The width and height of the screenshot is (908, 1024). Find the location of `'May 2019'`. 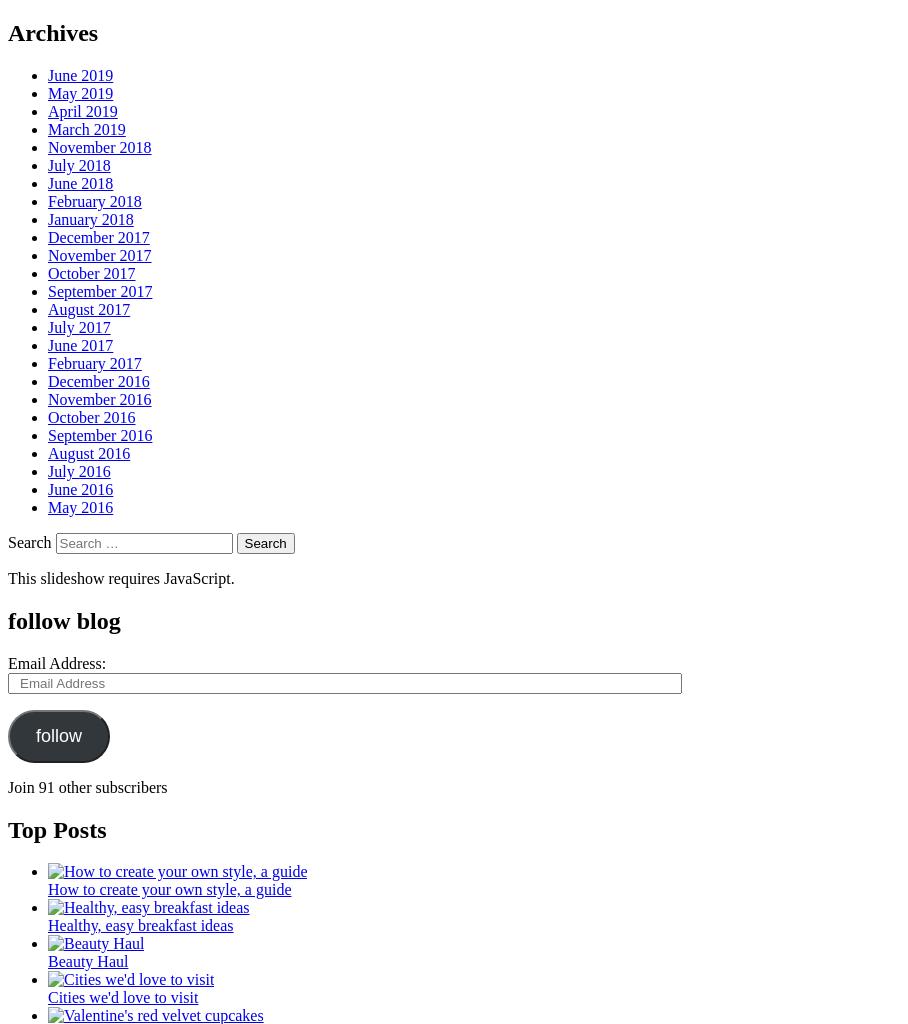

'May 2019' is located at coordinates (79, 92).